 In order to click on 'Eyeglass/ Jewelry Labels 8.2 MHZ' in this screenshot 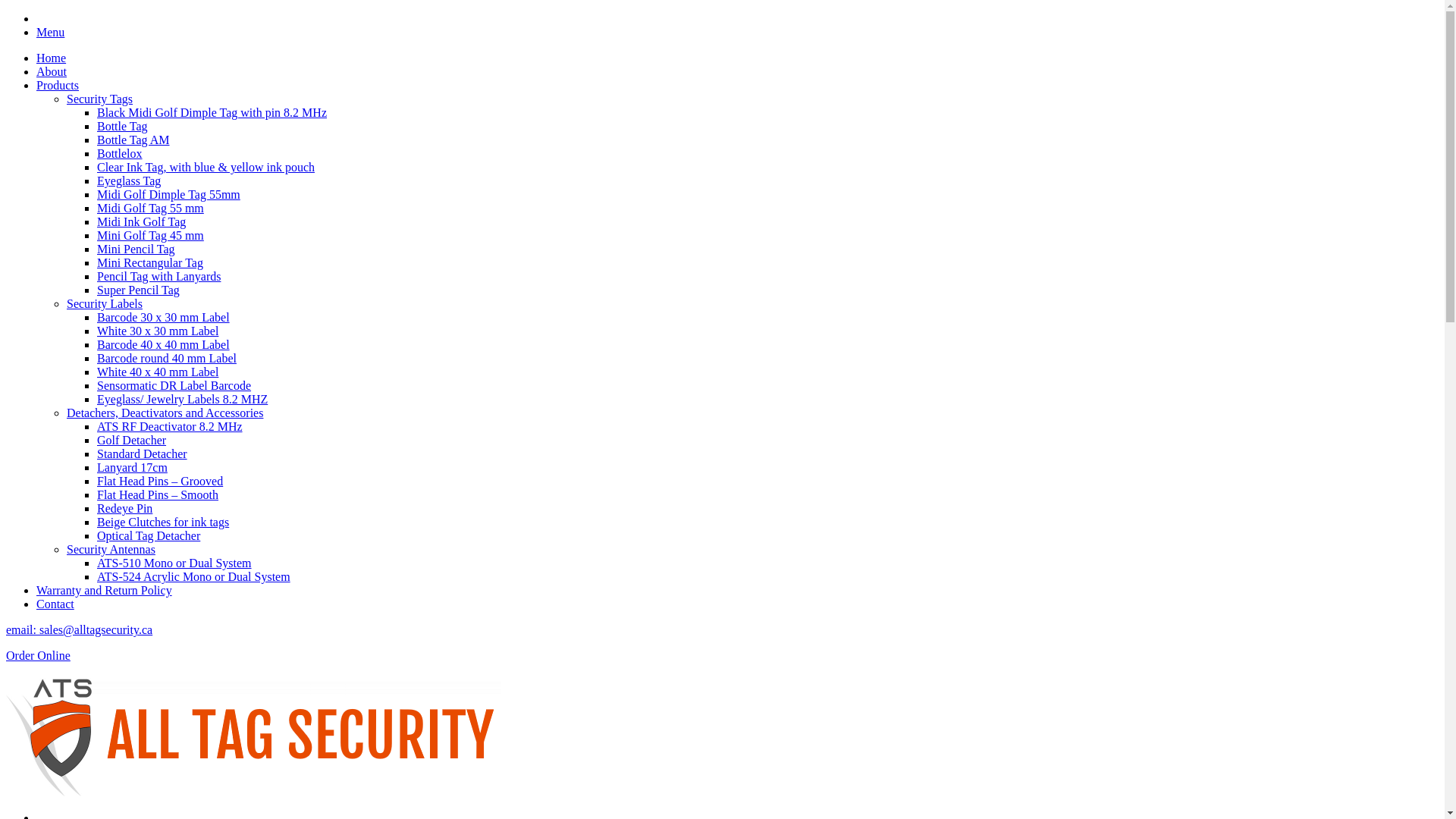, I will do `click(182, 398)`.